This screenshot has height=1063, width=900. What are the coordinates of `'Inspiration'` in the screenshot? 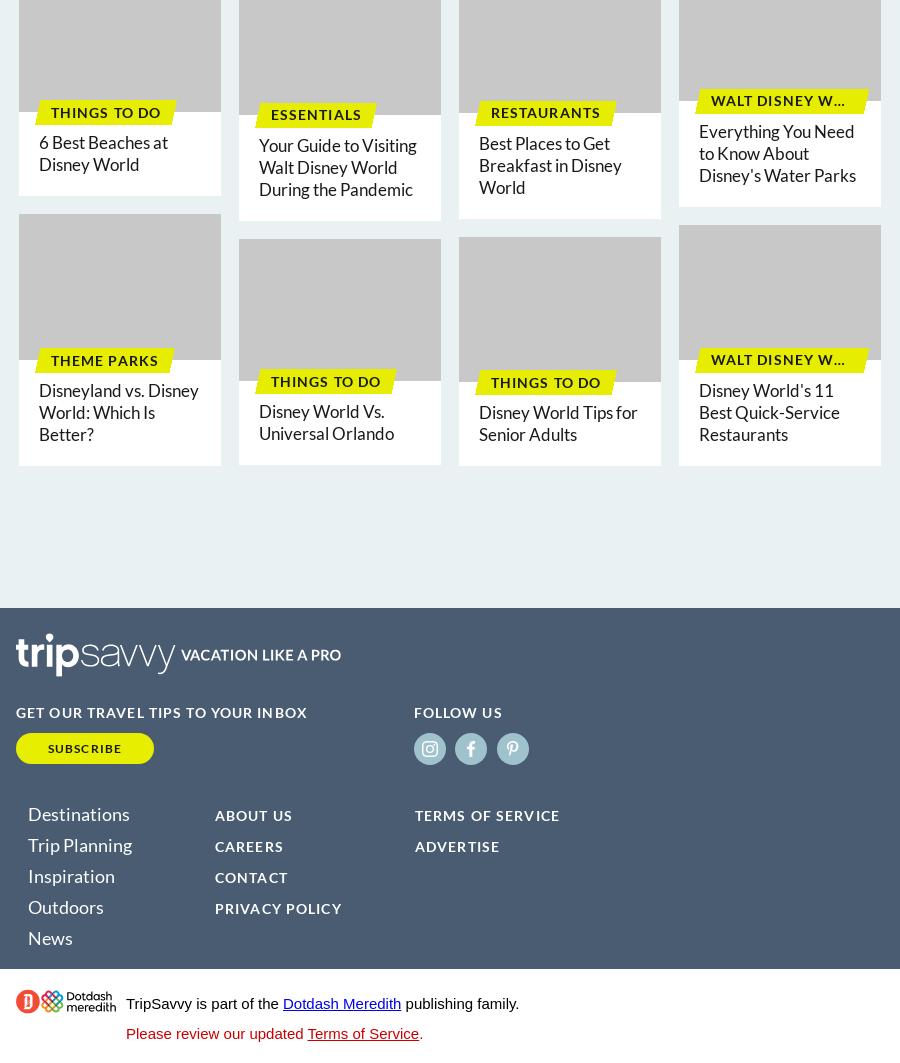 It's located at (26, 873).